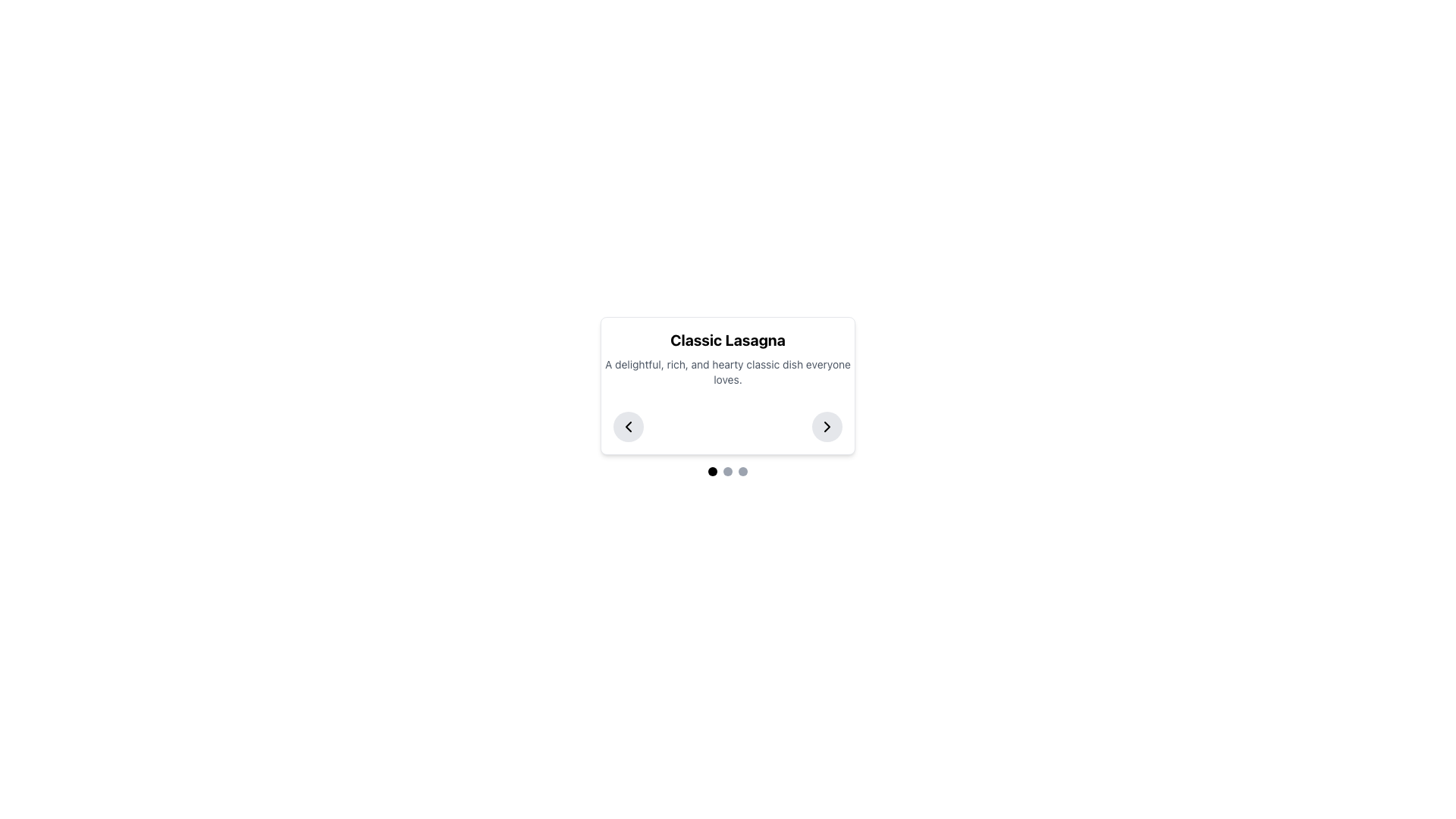 This screenshot has height=819, width=1456. I want to click on the second gray circular indicator of the Indicator component below the 'Classic Lasagna' section, so click(728, 470).